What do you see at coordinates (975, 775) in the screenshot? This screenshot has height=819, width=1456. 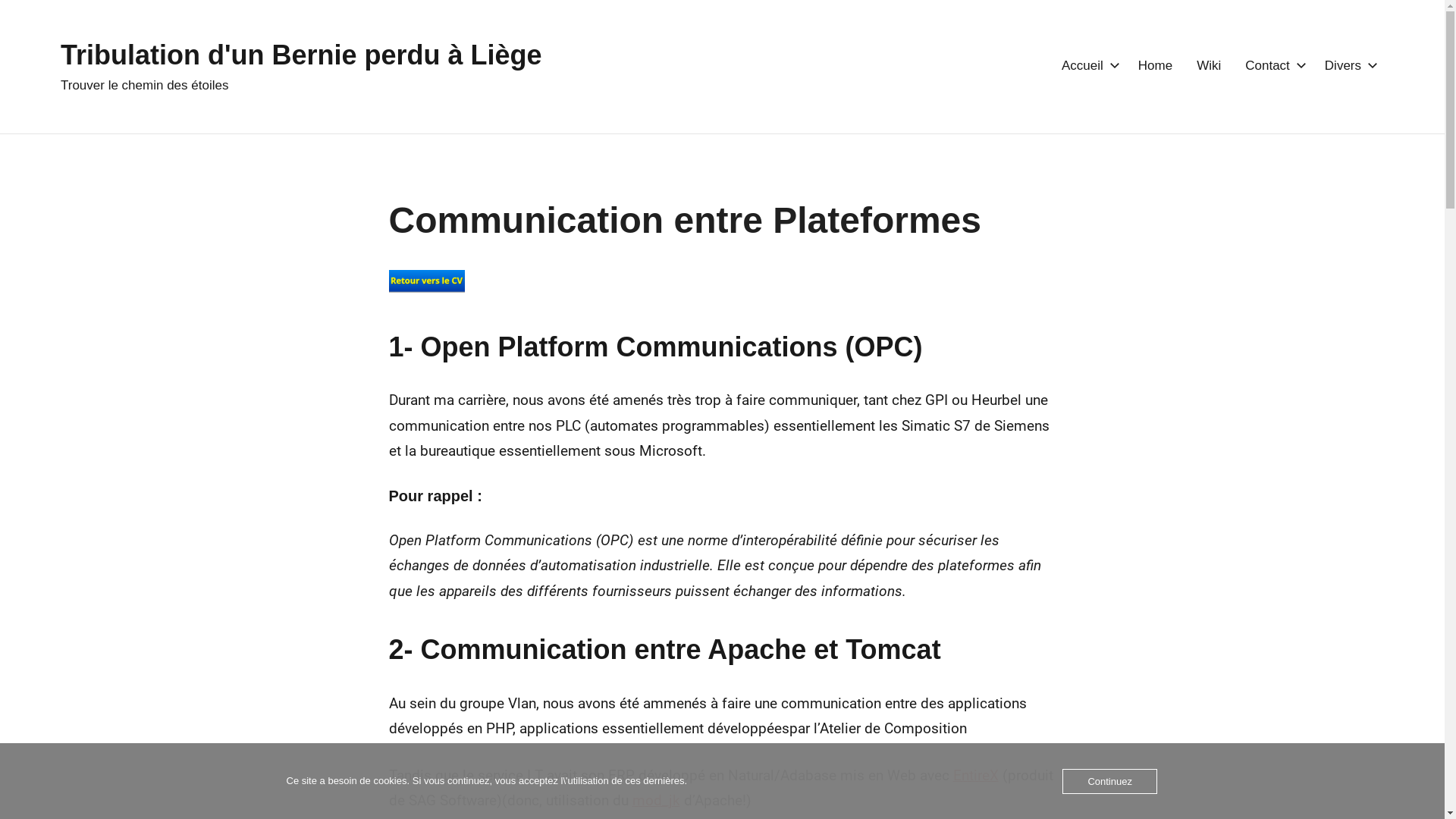 I see `'EntireX'` at bounding box center [975, 775].